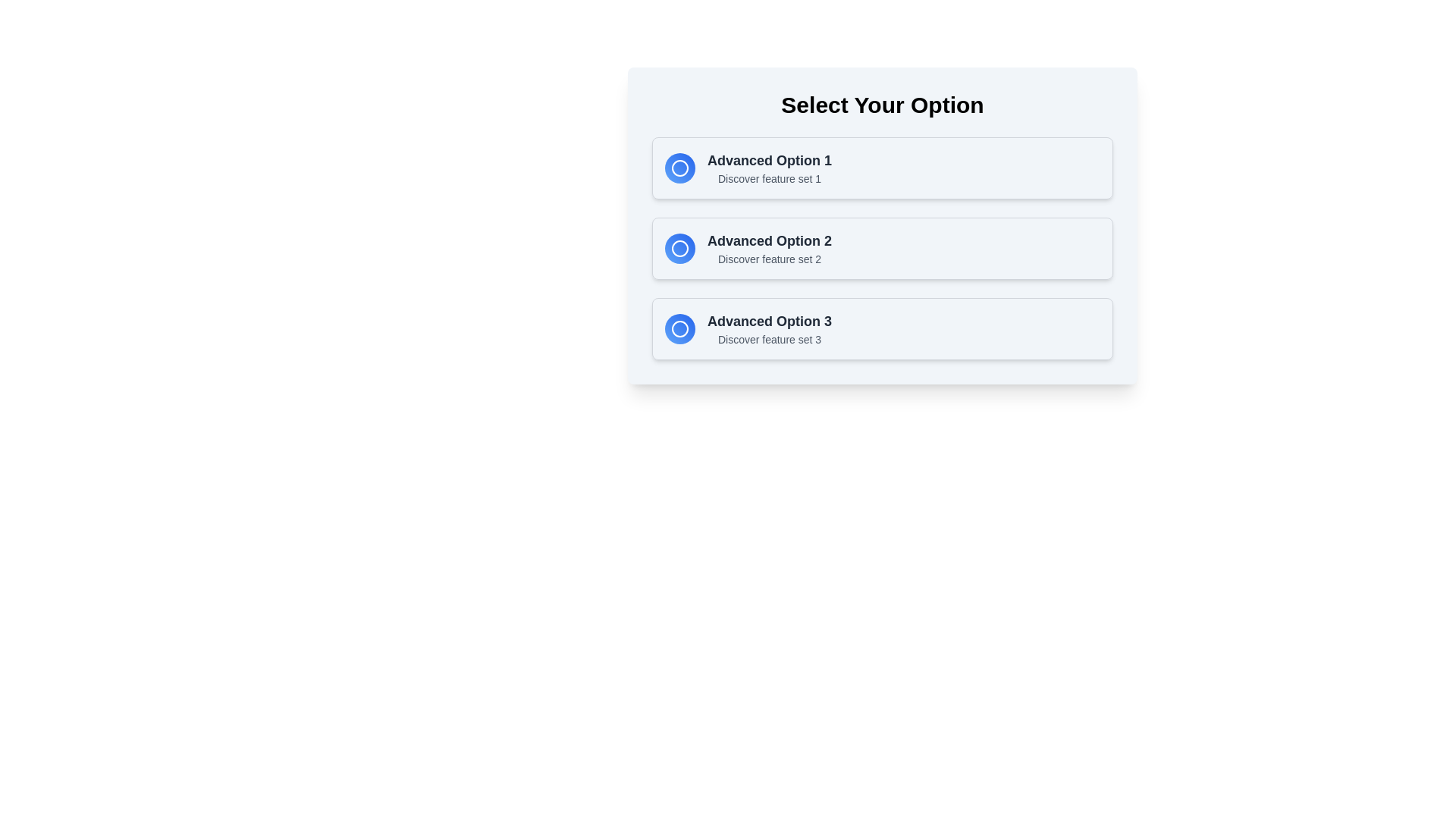 This screenshot has height=819, width=1456. What do you see at coordinates (770, 328) in the screenshot?
I see `the third option Text label in the selection interface, which provides a title and description, located to the right of a circular icon with a gradient blue background and a white outline` at bounding box center [770, 328].